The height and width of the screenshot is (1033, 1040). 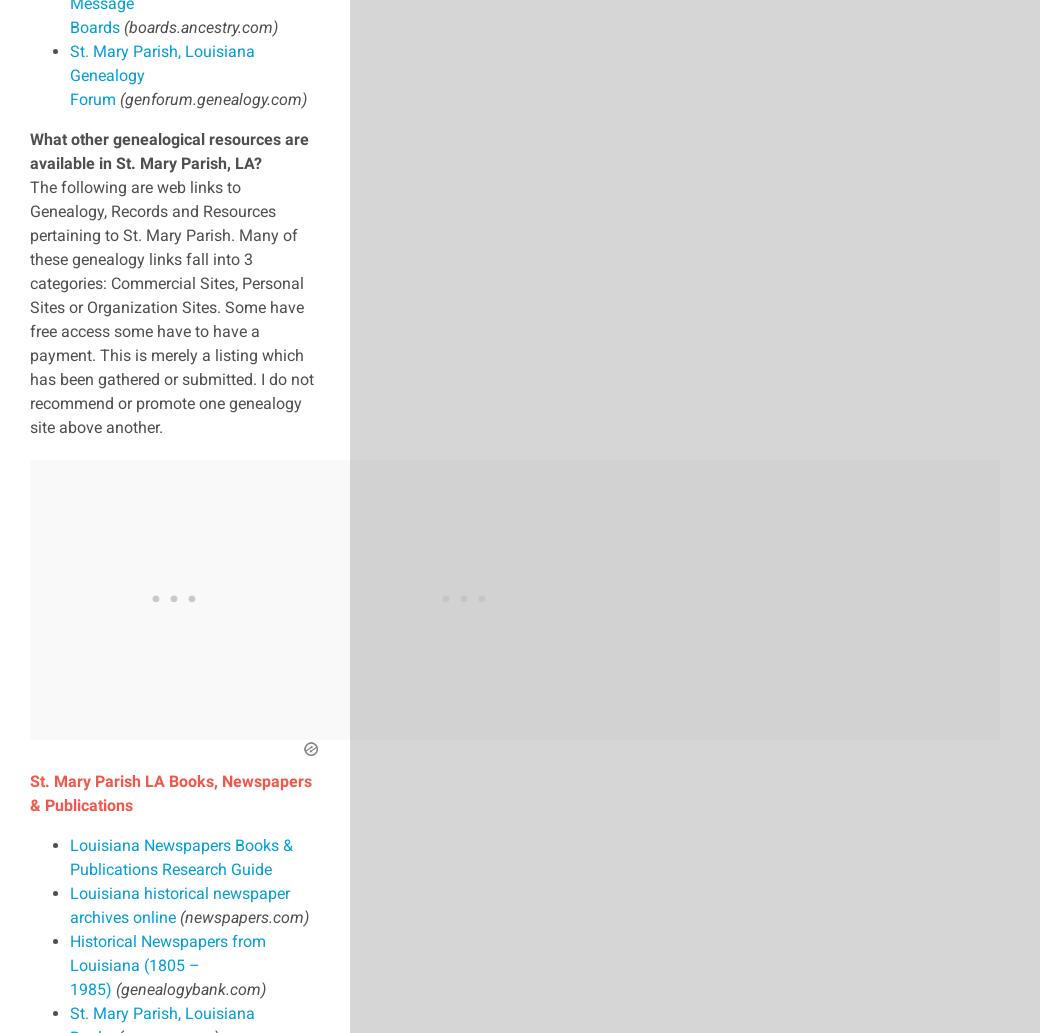 I want to click on '(genforum.genealogy.com)', so click(x=213, y=98).